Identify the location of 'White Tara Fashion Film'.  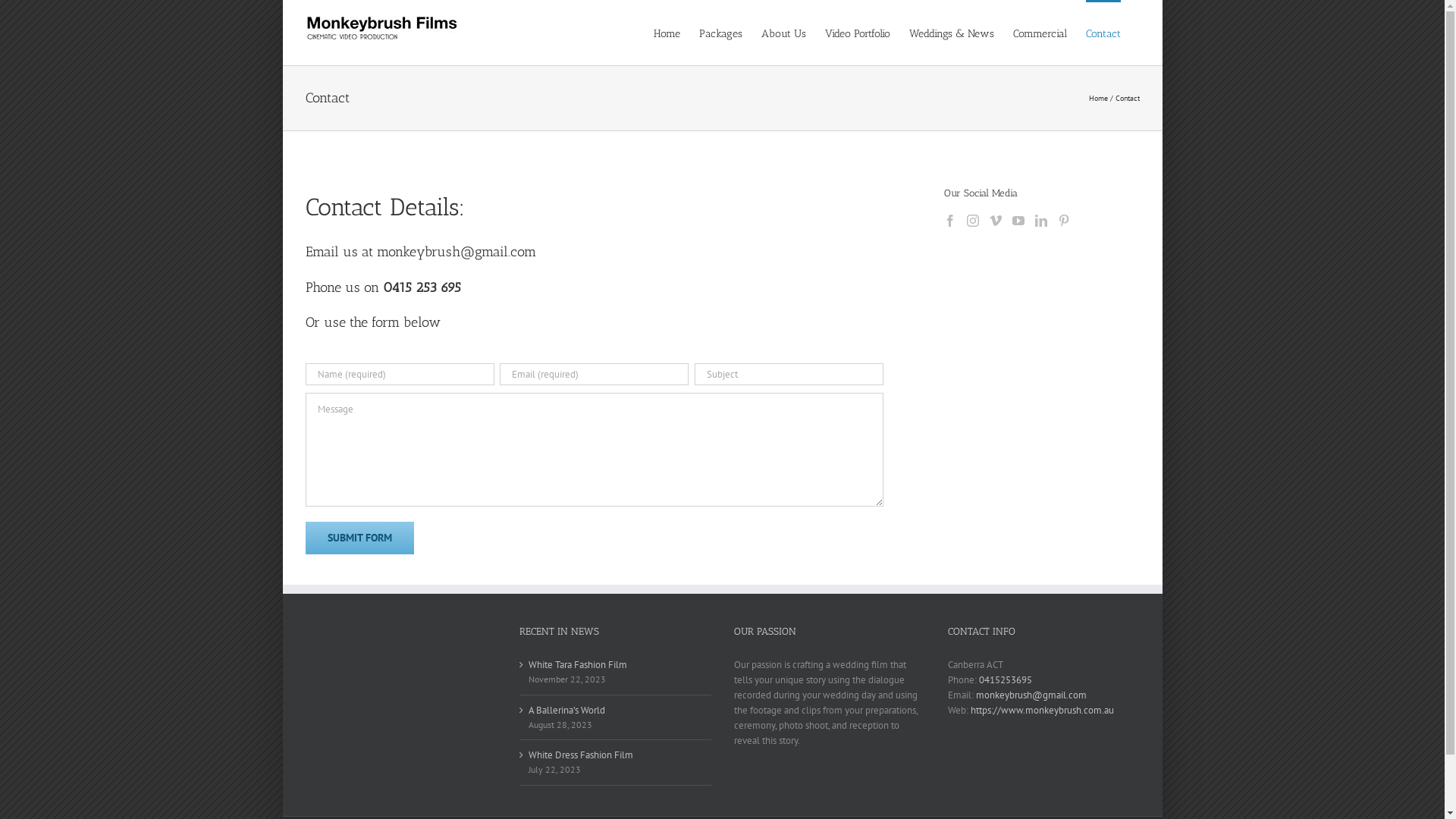
(528, 664).